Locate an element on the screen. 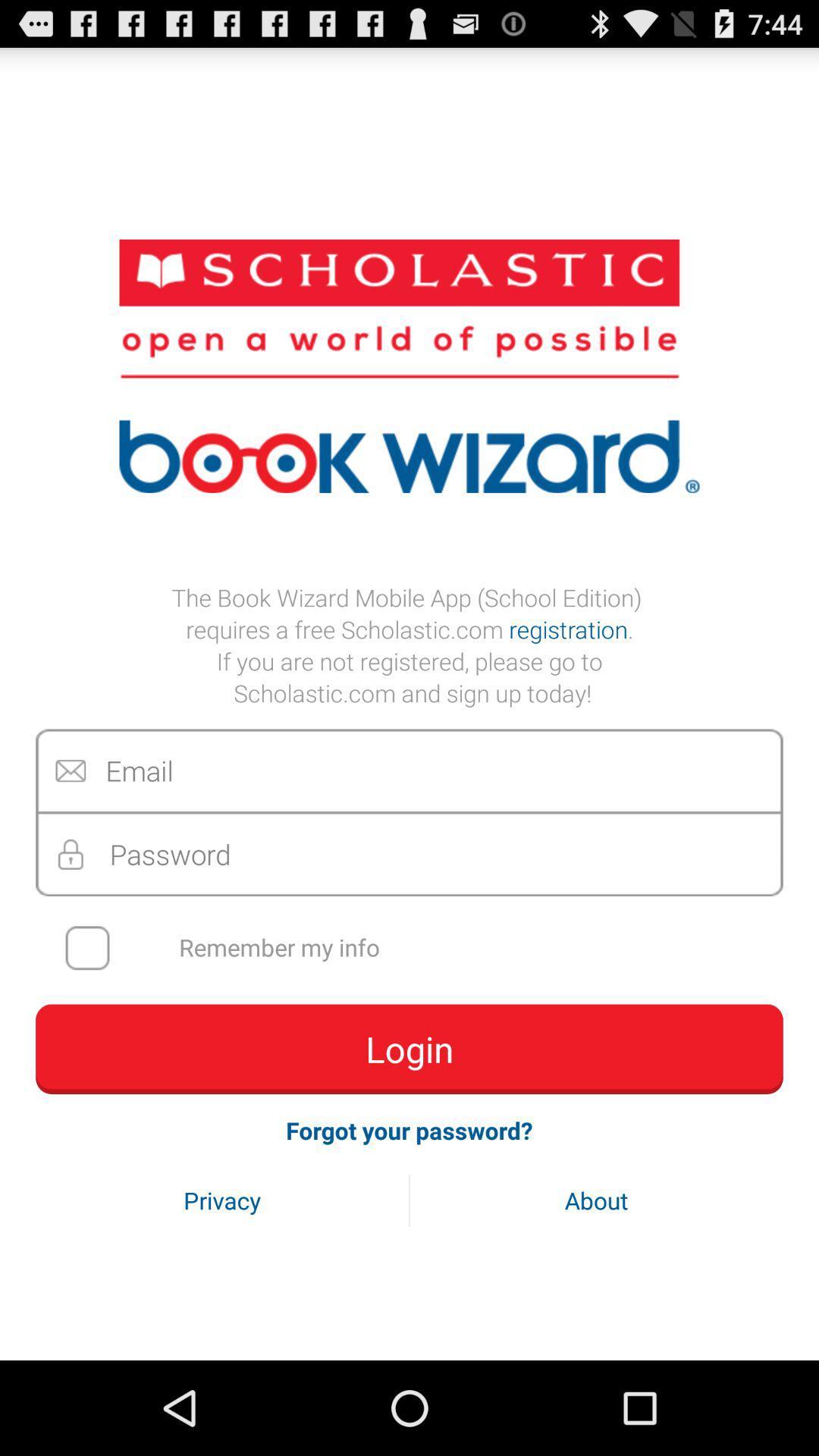 The width and height of the screenshot is (819, 1456). the the book wizard item is located at coordinates (409, 645).